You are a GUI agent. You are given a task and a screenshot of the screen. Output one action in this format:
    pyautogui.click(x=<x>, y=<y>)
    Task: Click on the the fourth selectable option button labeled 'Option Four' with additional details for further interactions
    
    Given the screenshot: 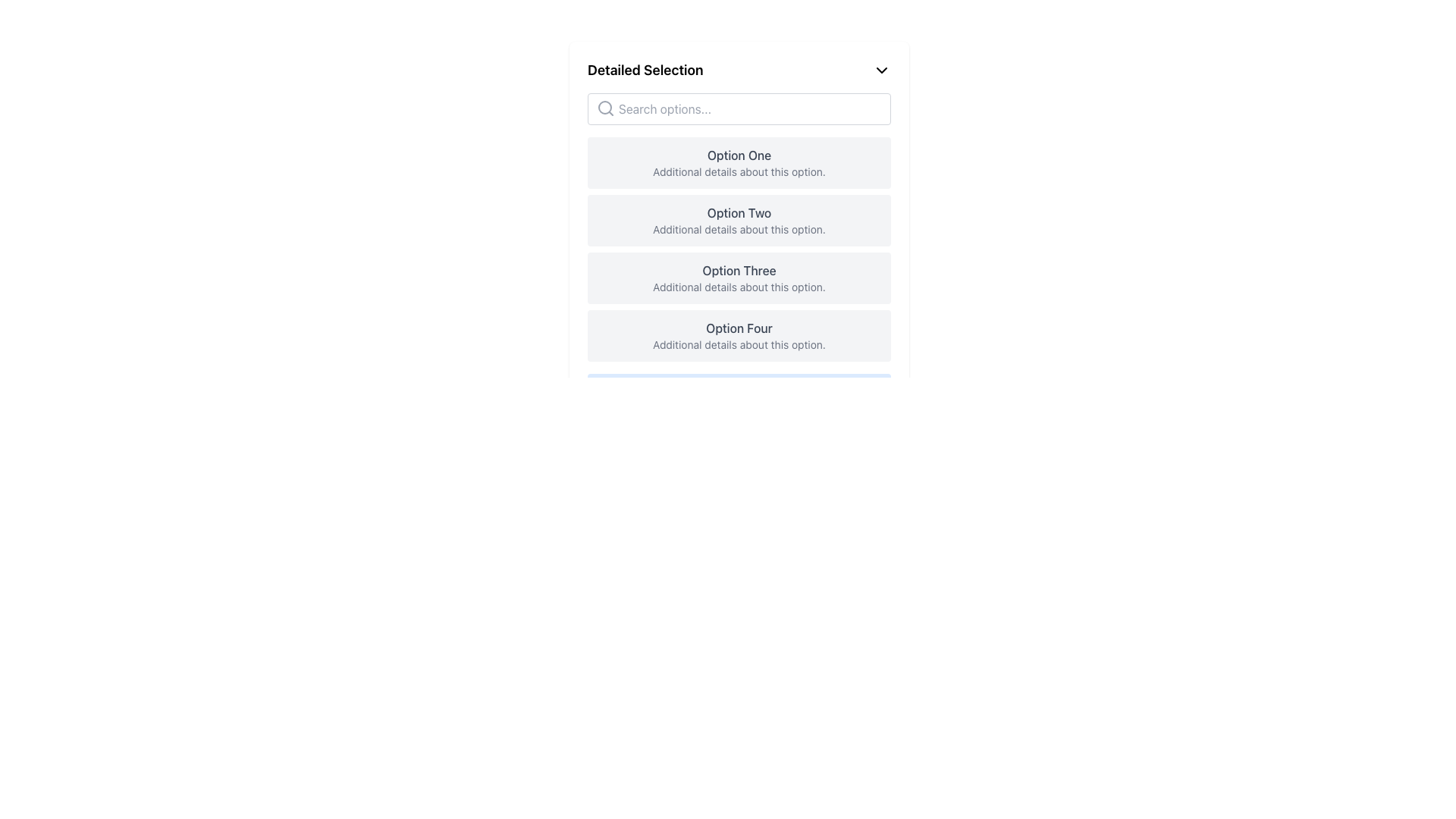 What is the action you would take?
    pyautogui.click(x=739, y=335)
    